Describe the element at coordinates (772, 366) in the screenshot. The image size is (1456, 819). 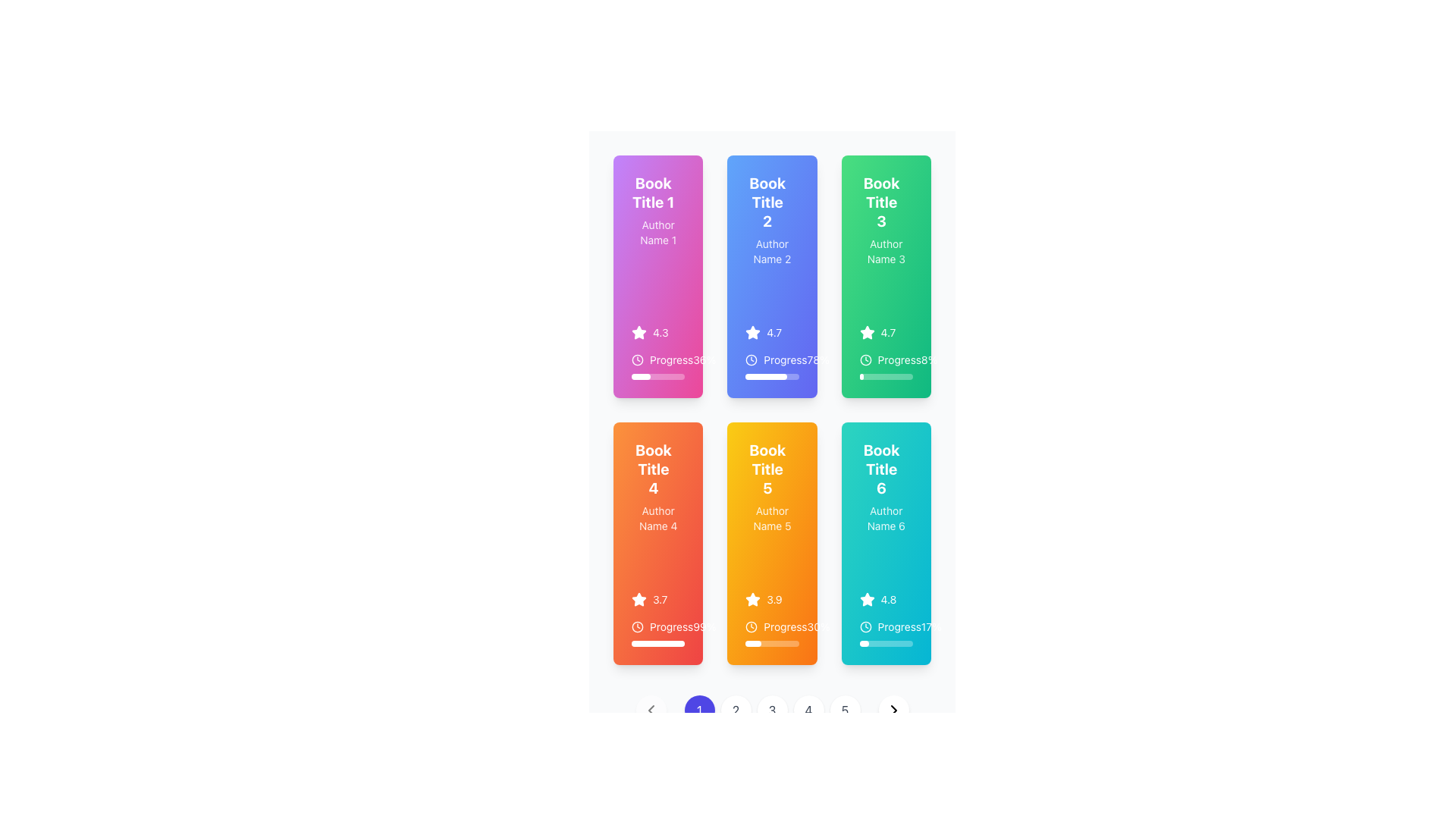
I see `the progress percentage displayed on the progress bar located in the second card of the first row in the grid layout, positioned below the star depiction with the text '4.7'` at that location.